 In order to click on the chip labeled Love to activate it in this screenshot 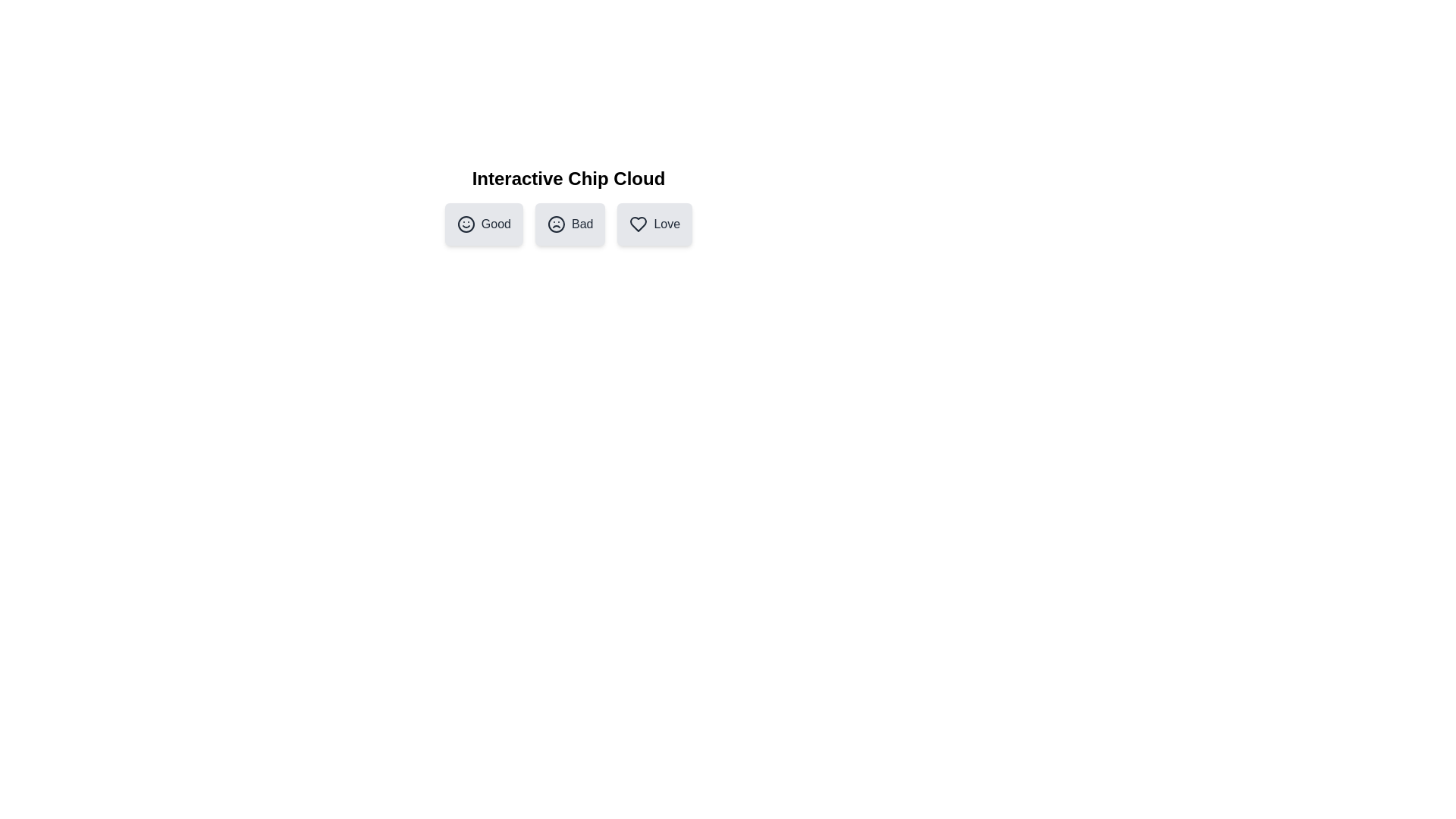, I will do `click(654, 224)`.